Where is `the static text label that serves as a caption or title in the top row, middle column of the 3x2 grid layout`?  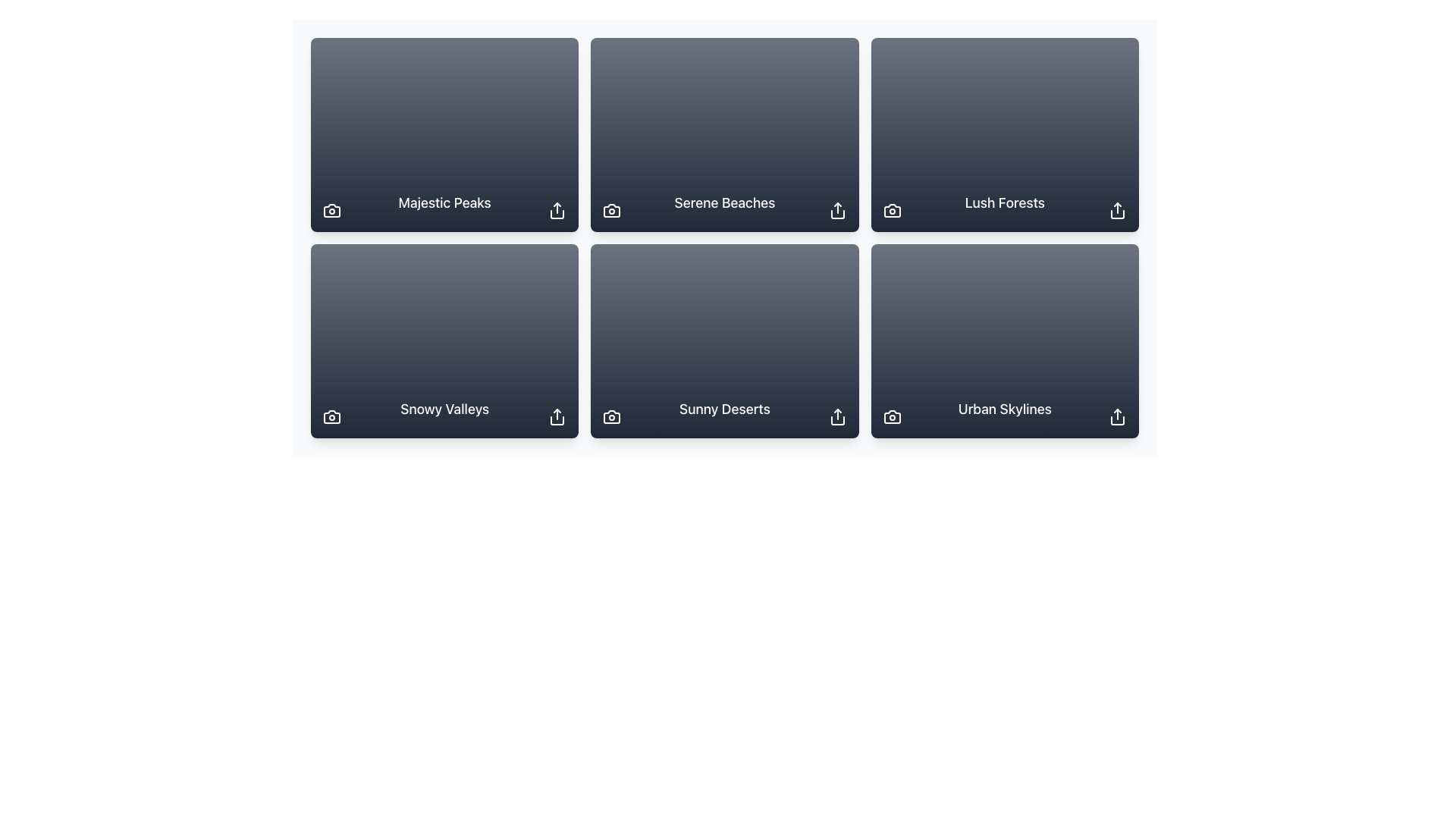 the static text label that serves as a caption or title in the top row, middle column of the 3x2 grid layout is located at coordinates (723, 212).